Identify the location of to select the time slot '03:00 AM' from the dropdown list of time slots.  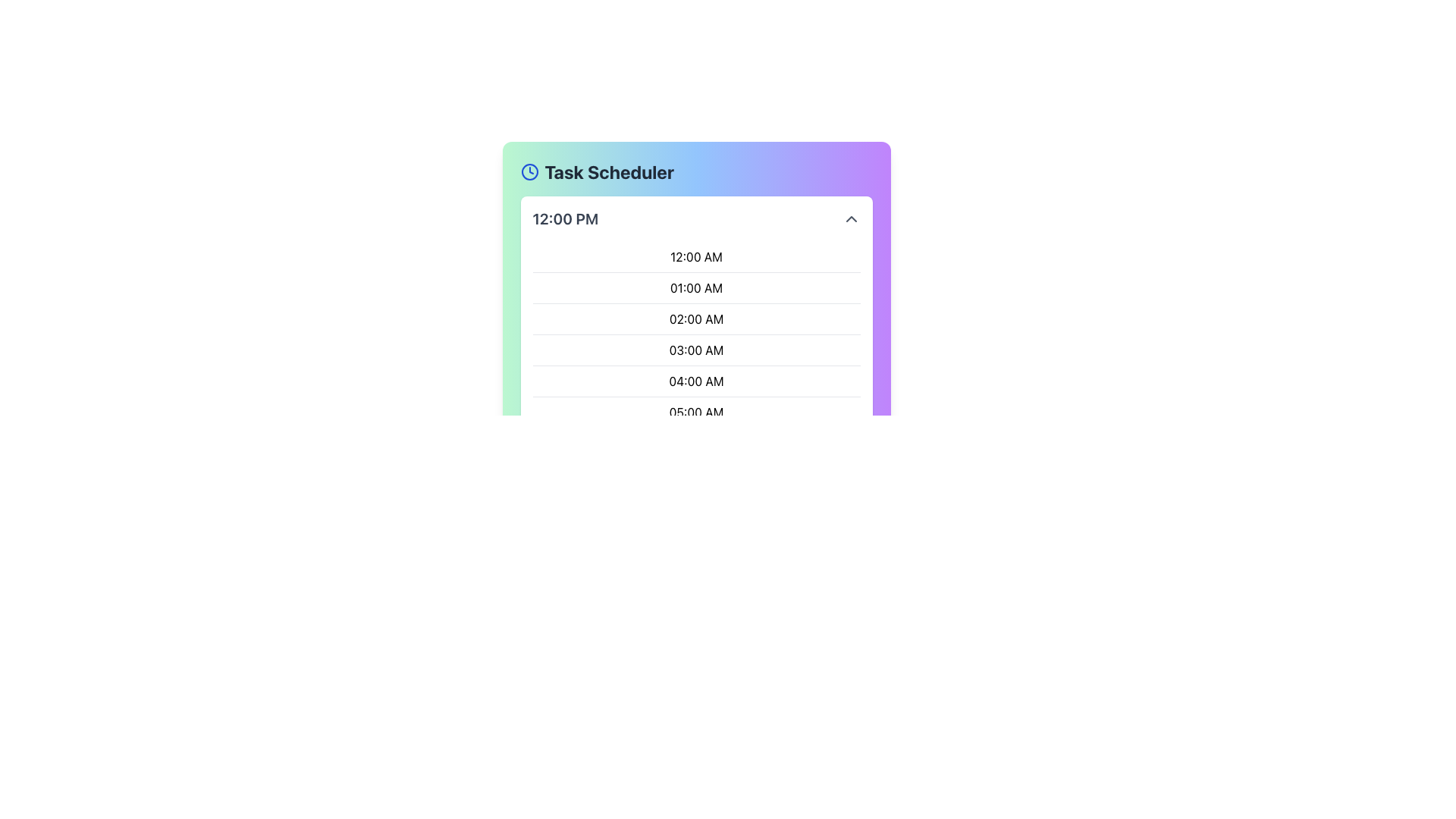
(695, 350).